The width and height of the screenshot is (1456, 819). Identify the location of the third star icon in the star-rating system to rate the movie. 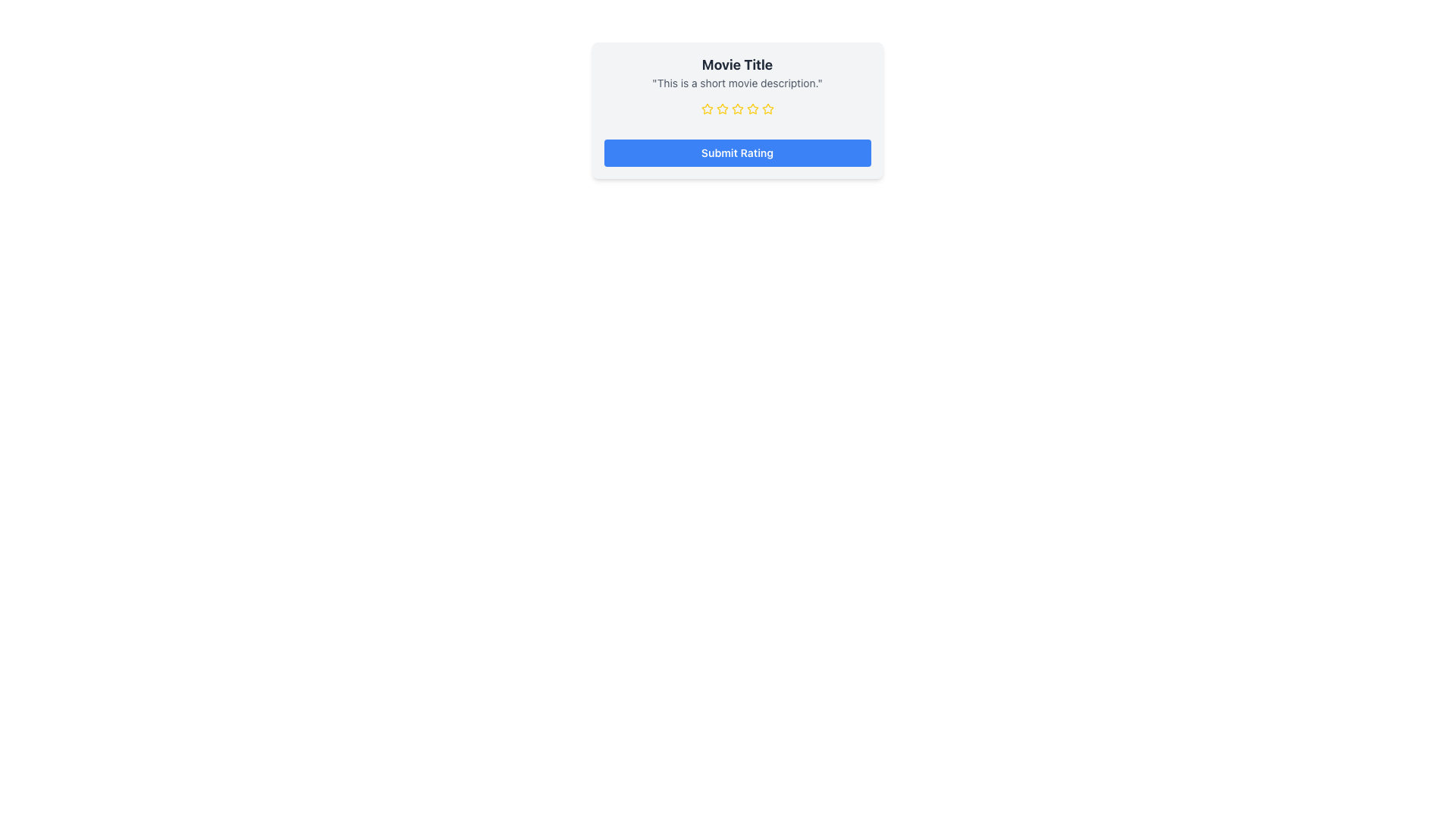
(721, 108).